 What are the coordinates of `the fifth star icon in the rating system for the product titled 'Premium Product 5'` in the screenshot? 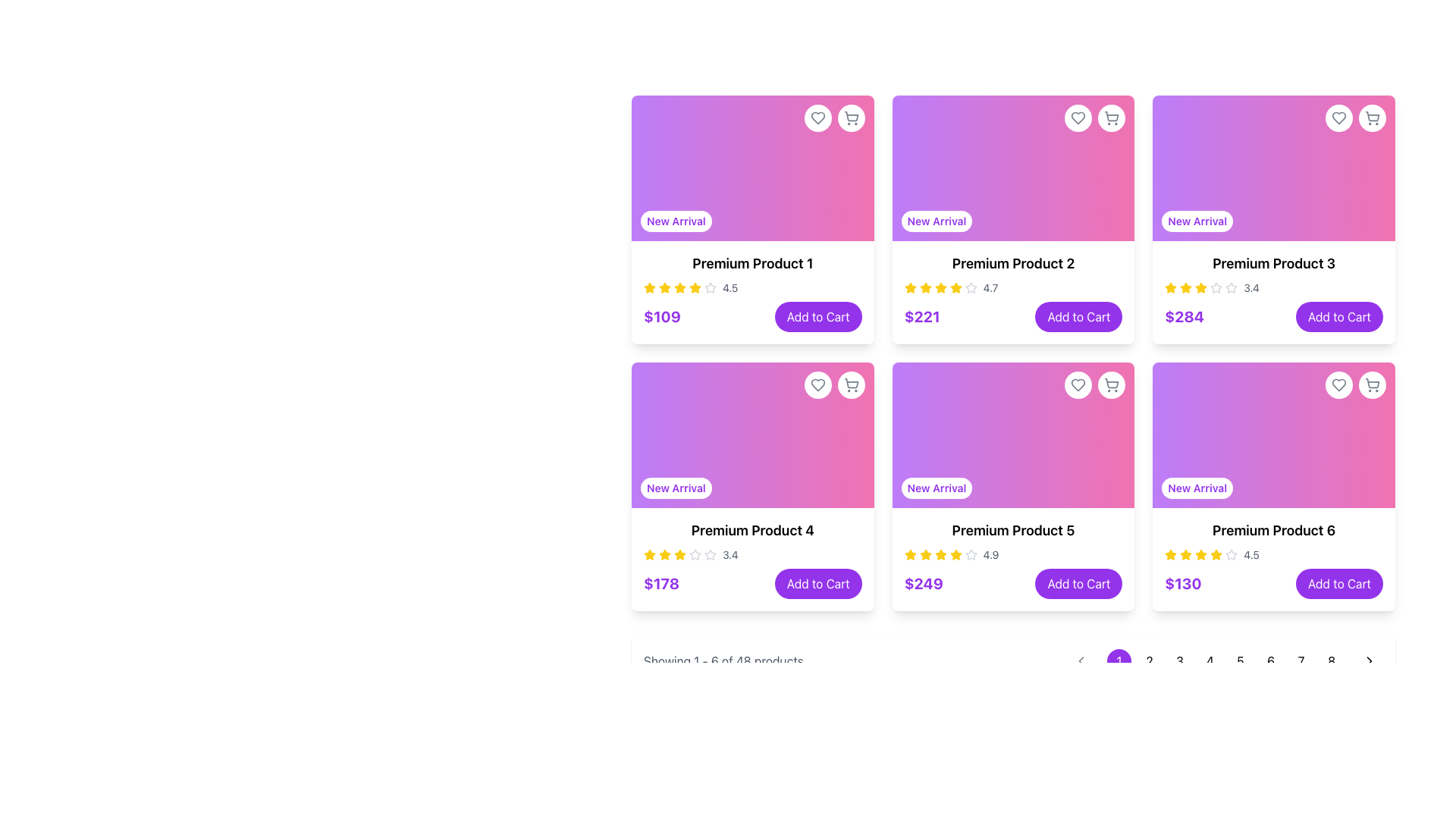 It's located at (924, 554).